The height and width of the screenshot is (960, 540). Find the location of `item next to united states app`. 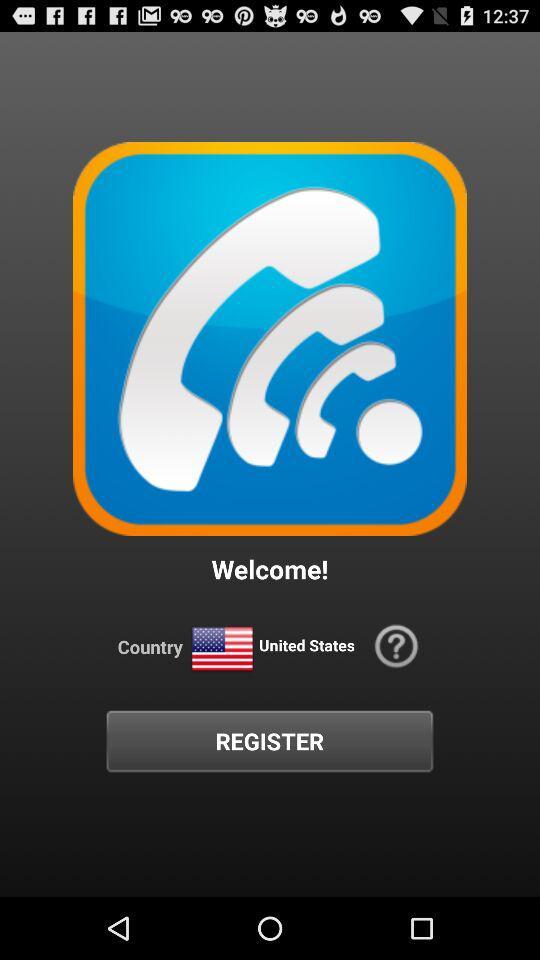

item next to united states app is located at coordinates (221, 648).